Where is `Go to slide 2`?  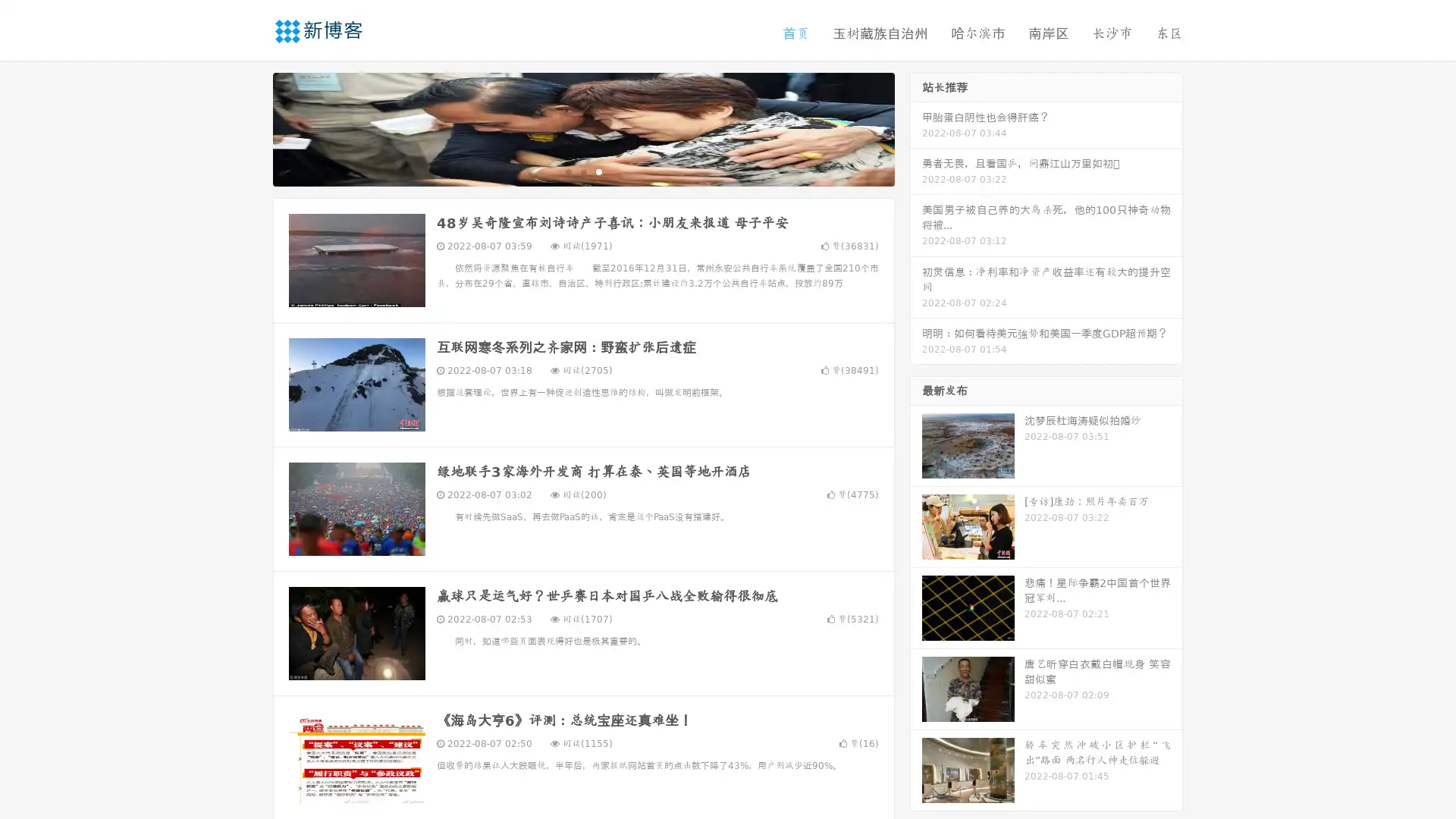
Go to slide 2 is located at coordinates (582, 171).